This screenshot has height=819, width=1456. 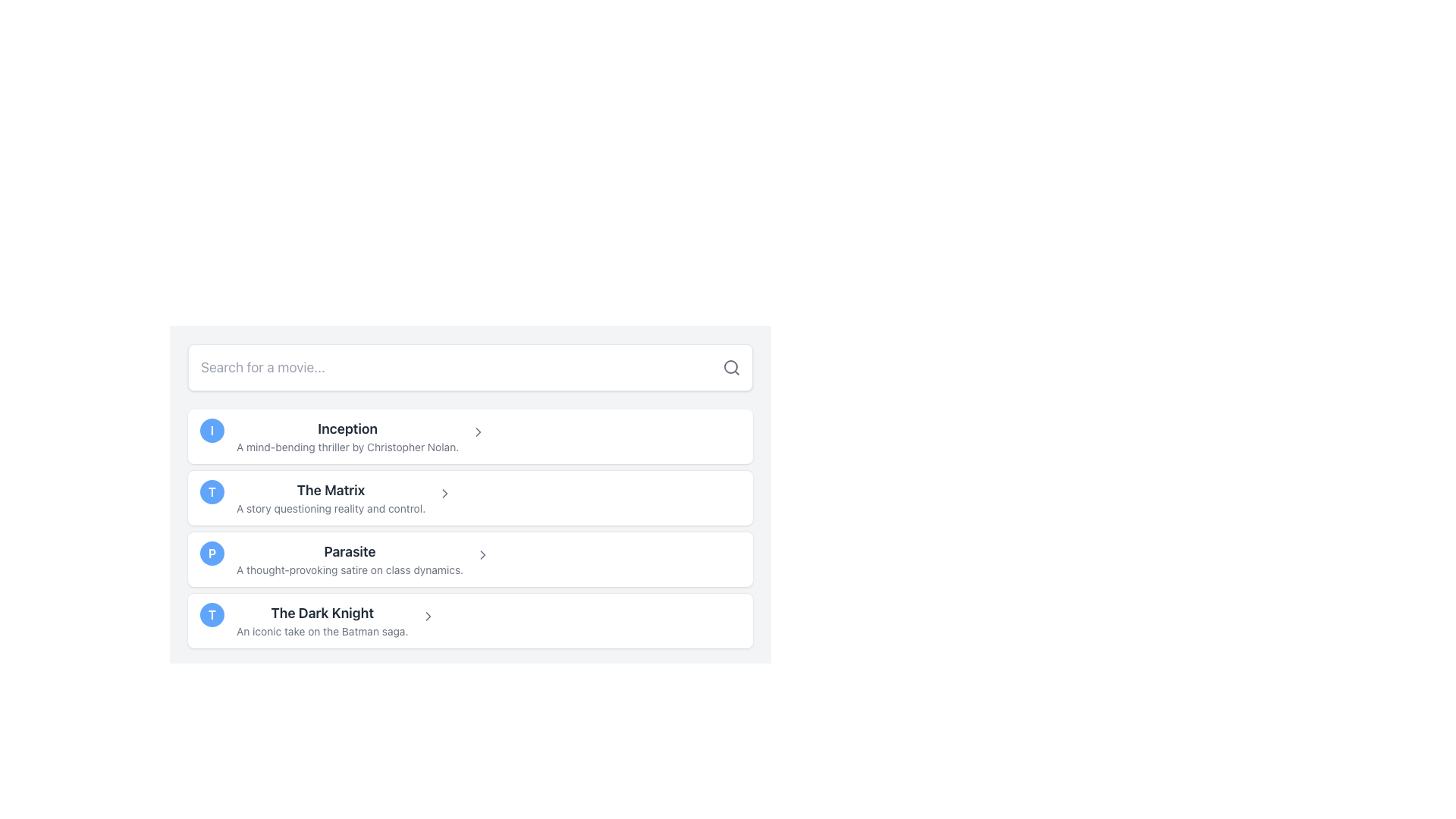 I want to click on the Icon Badge located at the top left of the card related to the movie 'Inception', which categorizes the card content, so click(x=211, y=430).